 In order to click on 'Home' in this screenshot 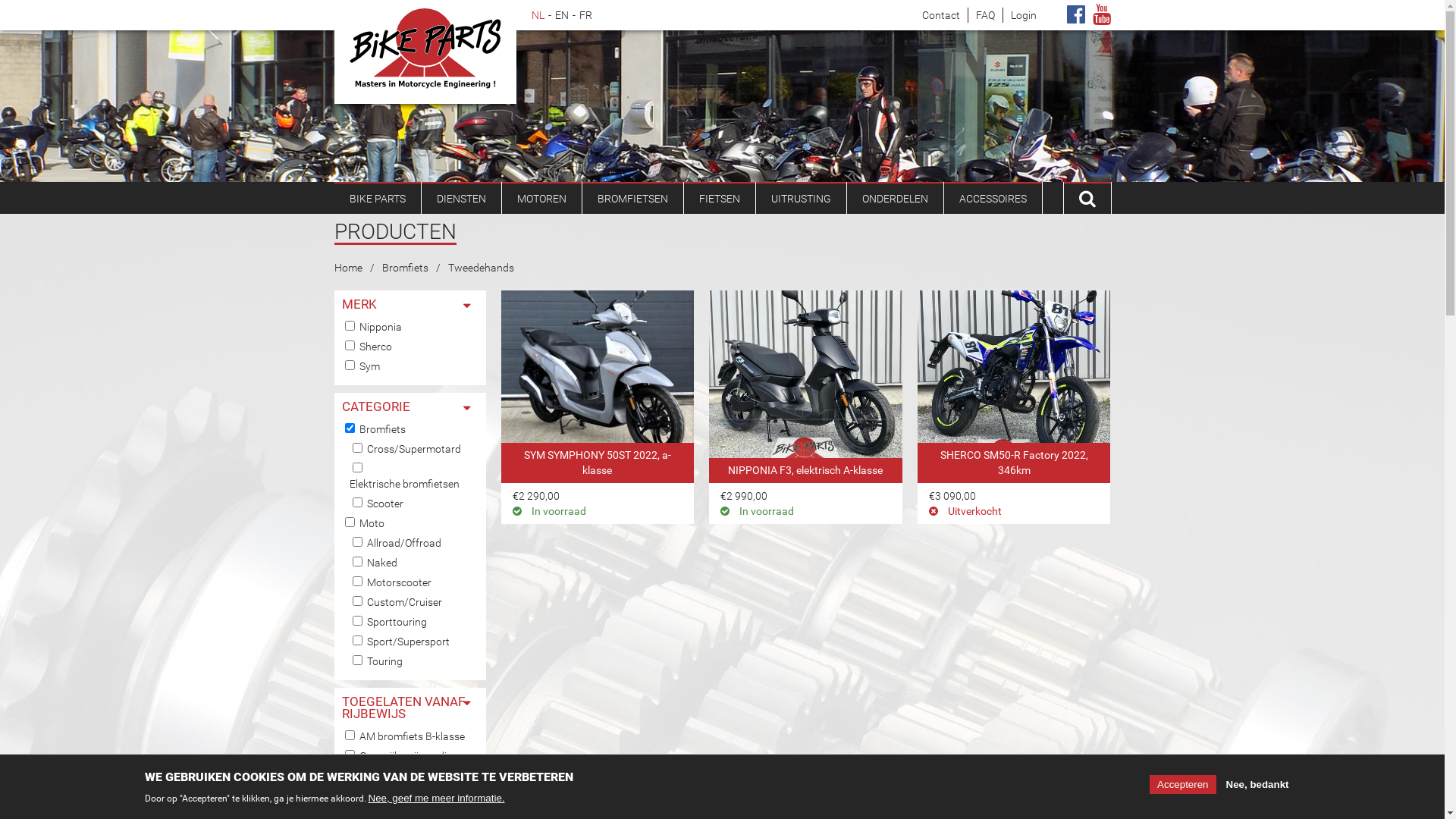, I will do `click(333, 267)`.